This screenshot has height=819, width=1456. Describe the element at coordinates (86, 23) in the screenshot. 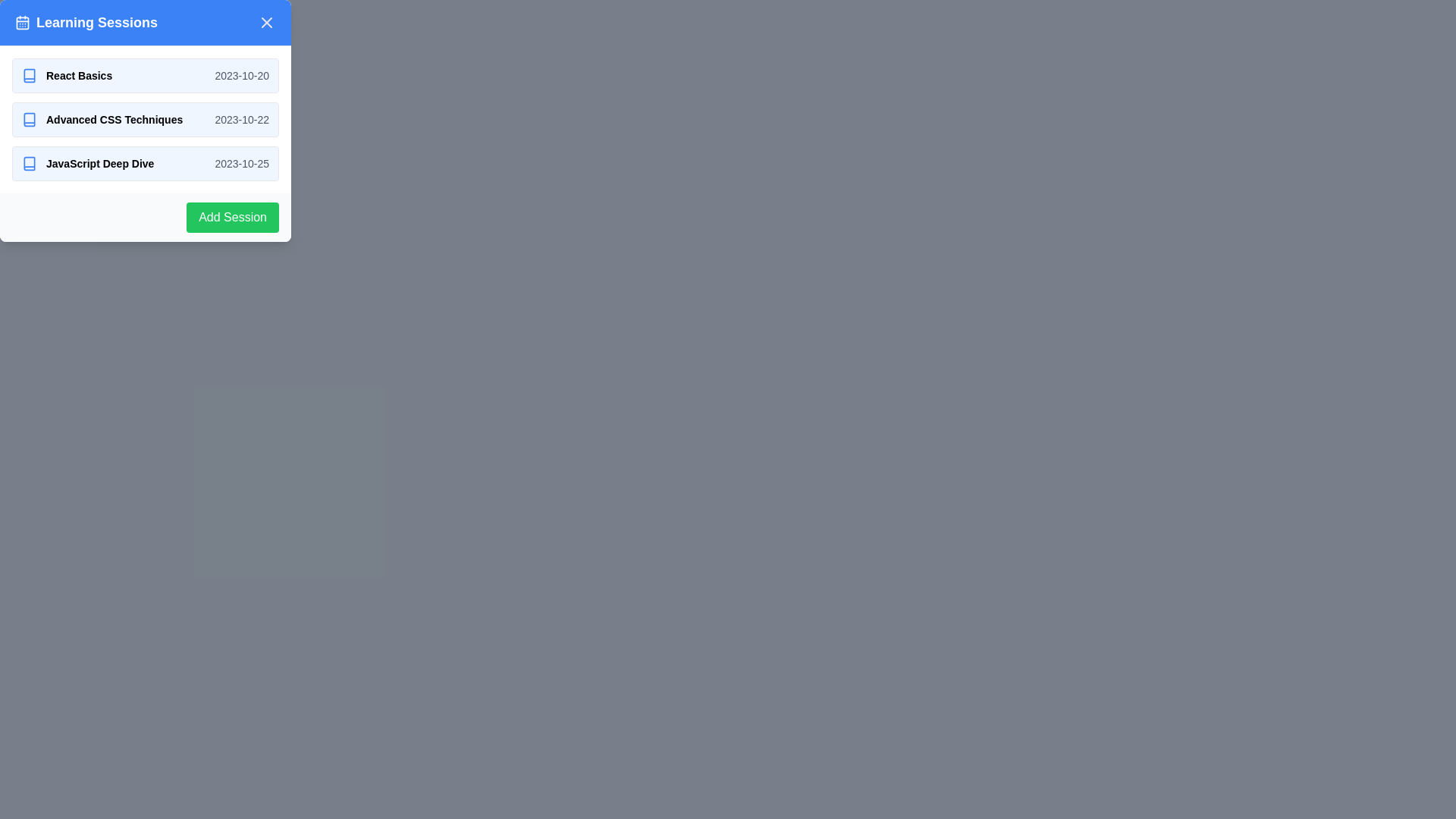

I see `the icon accompanying the heading in the upper-left corner of the header bar` at that location.